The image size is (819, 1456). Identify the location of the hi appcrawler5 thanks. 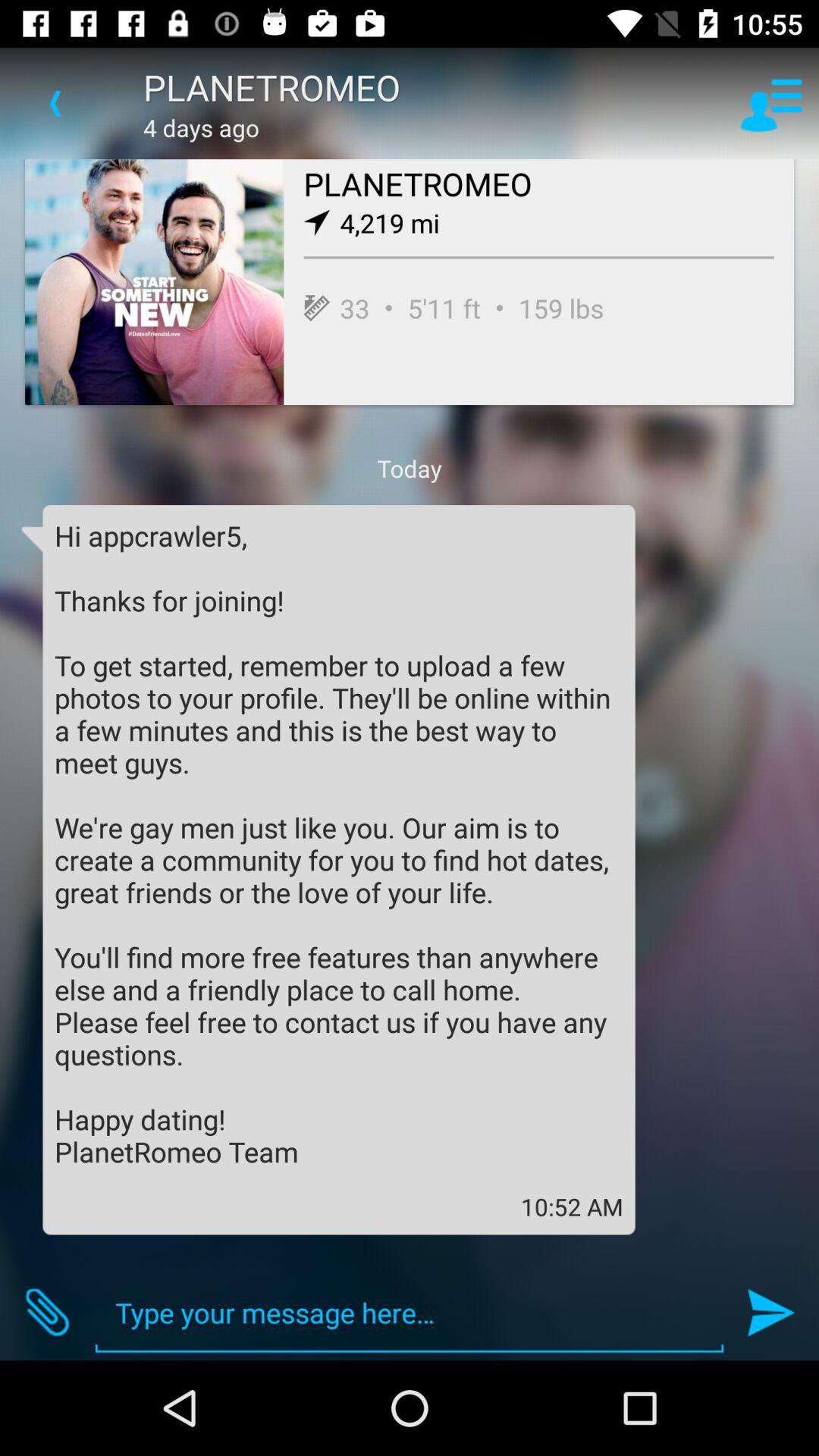
(338, 843).